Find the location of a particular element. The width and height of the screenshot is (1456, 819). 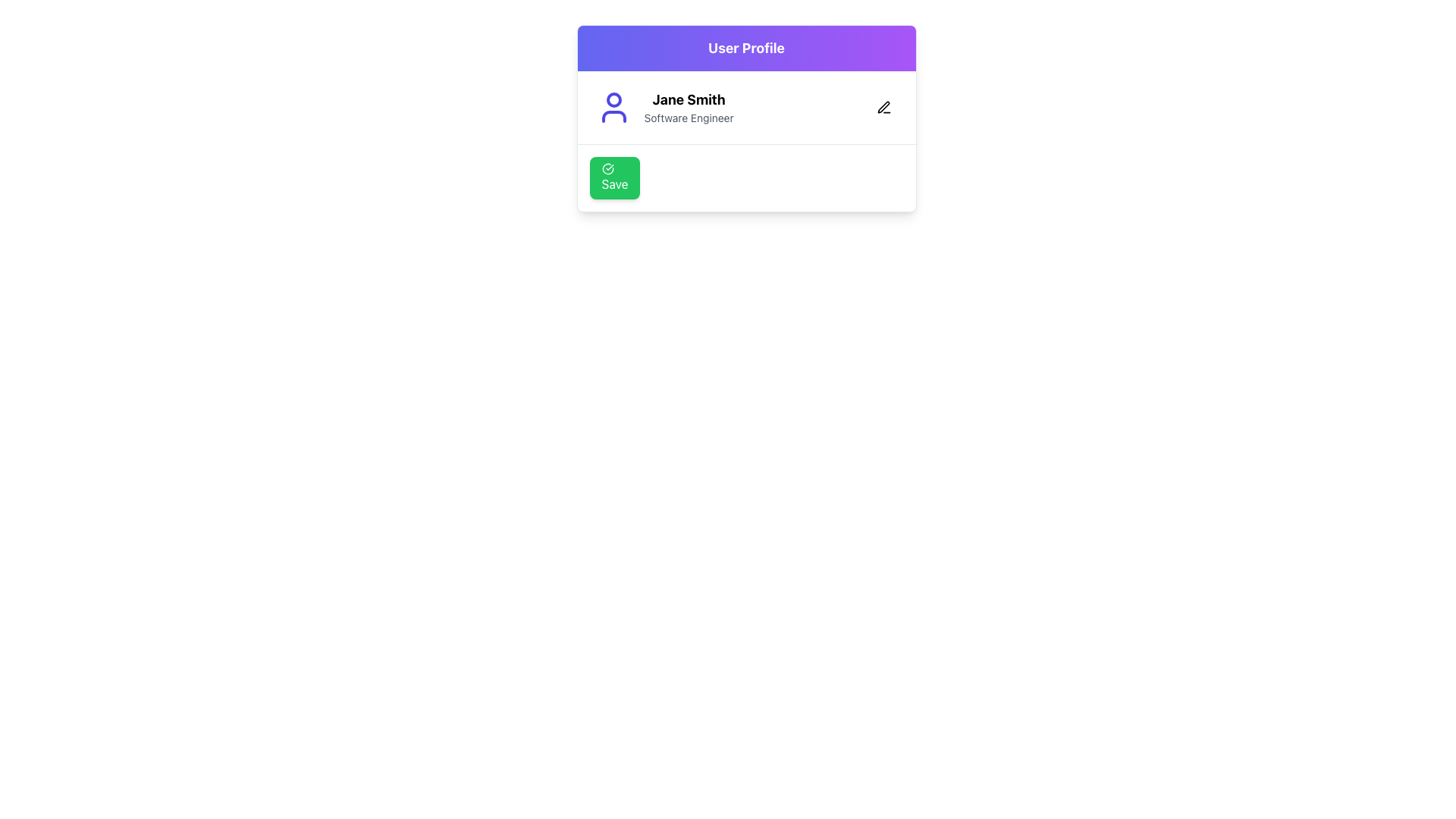

the circular graphic element located at the center of the user's avatar icon, which is above the user name label and to the left of the edit icon is located at coordinates (613, 99).